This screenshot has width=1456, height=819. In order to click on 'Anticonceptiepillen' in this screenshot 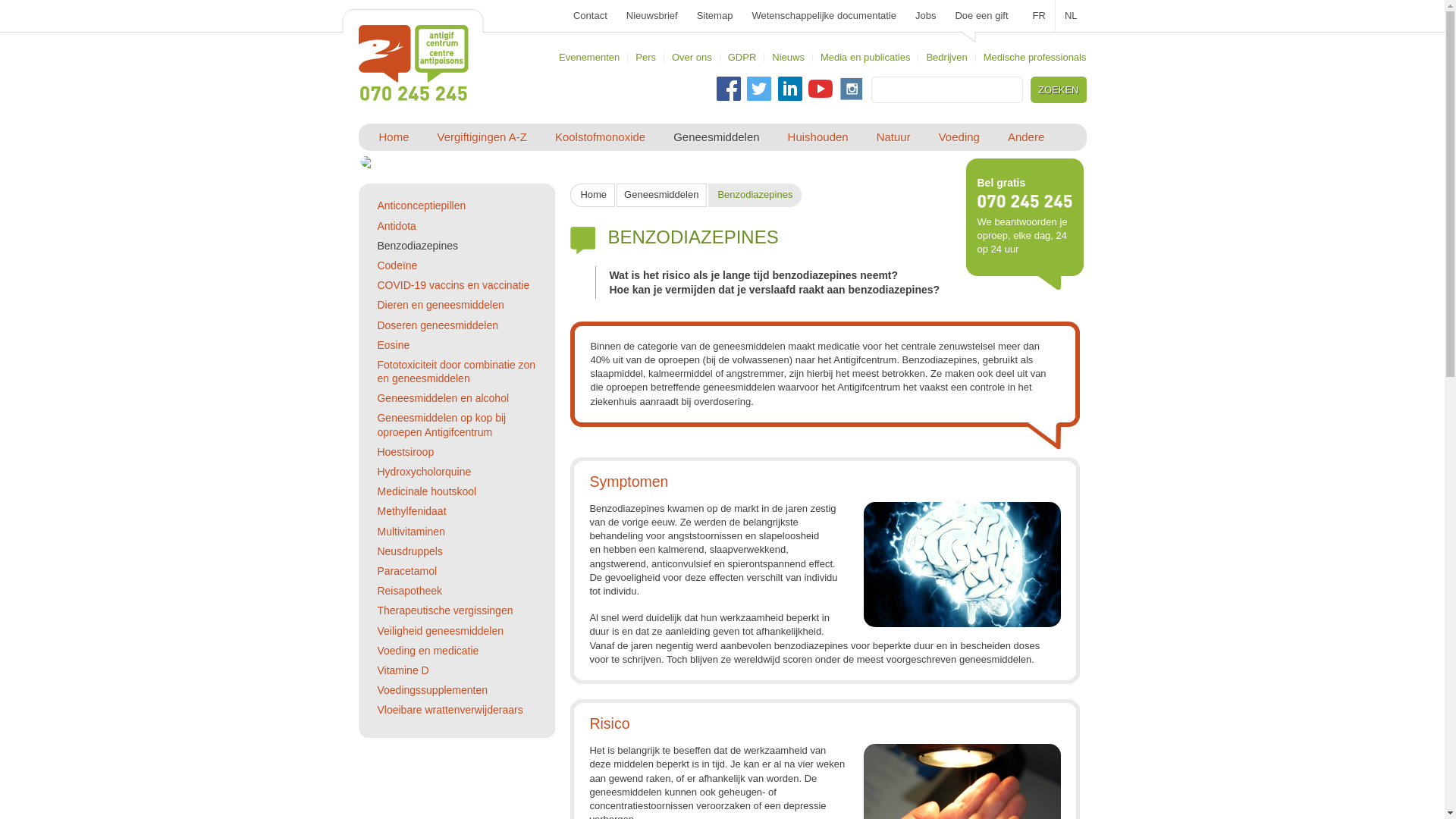, I will do `click(421, 205)`.